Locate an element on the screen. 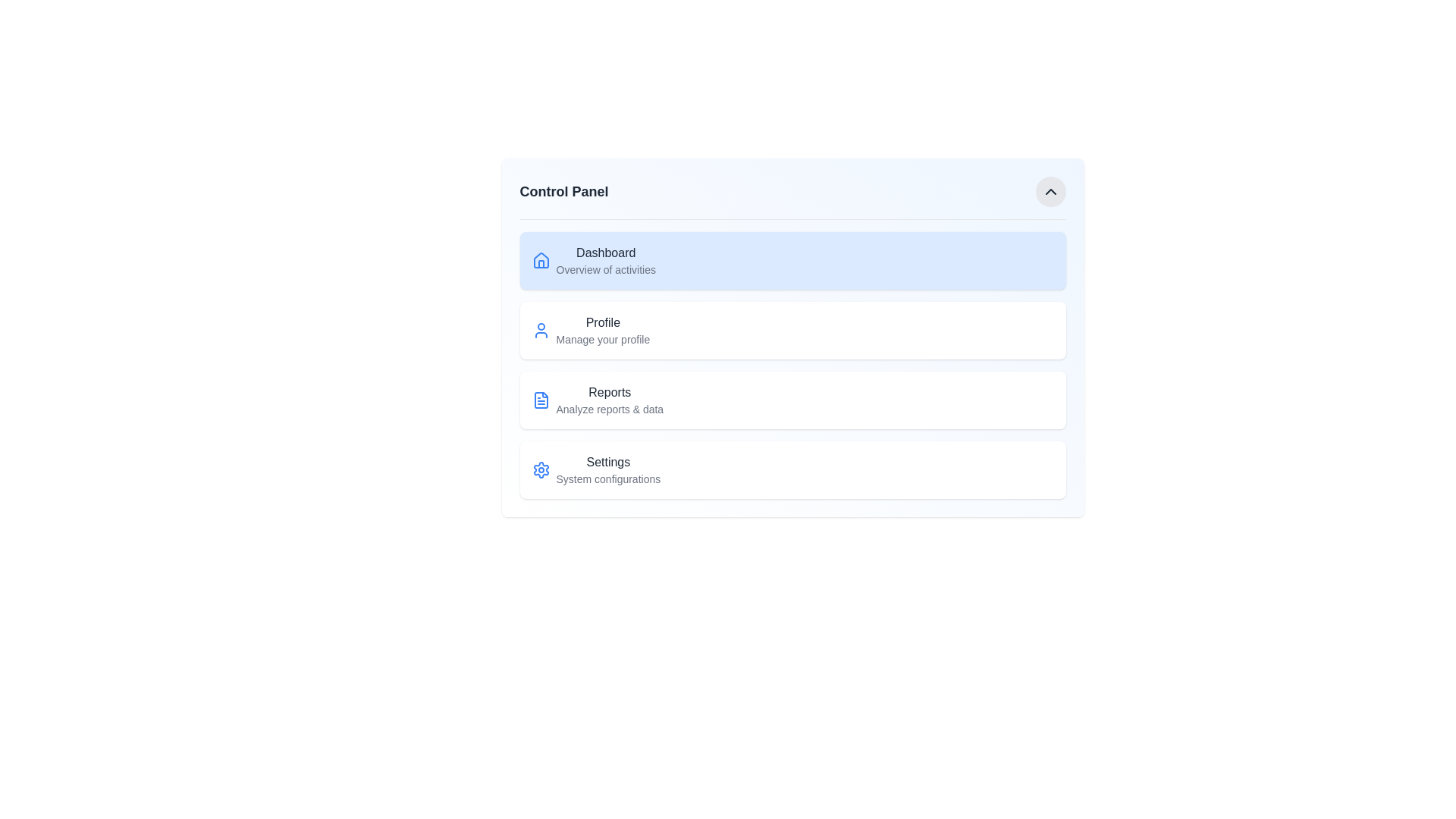  the clickable card for managing and analyzing reports and data, located between the 'Profile' card and 'Settings' card in the sidebar layout is located at coordinates (792, 400).